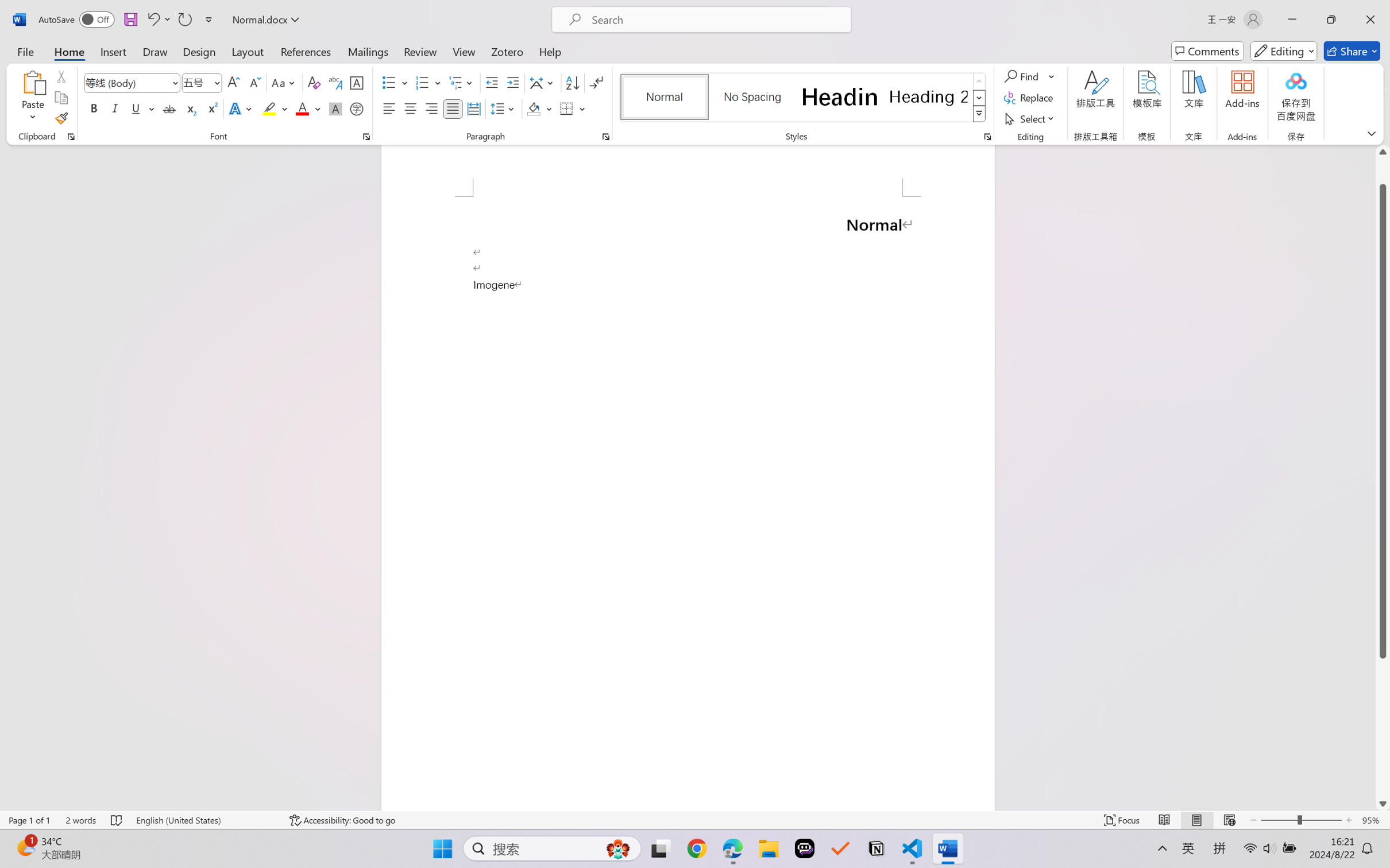 Image resolution: width=1390 pixels, height=868 pixels. Describe the element at coordinates (152, 19) in the screenshot. I see `'Undo Style'` at that location.